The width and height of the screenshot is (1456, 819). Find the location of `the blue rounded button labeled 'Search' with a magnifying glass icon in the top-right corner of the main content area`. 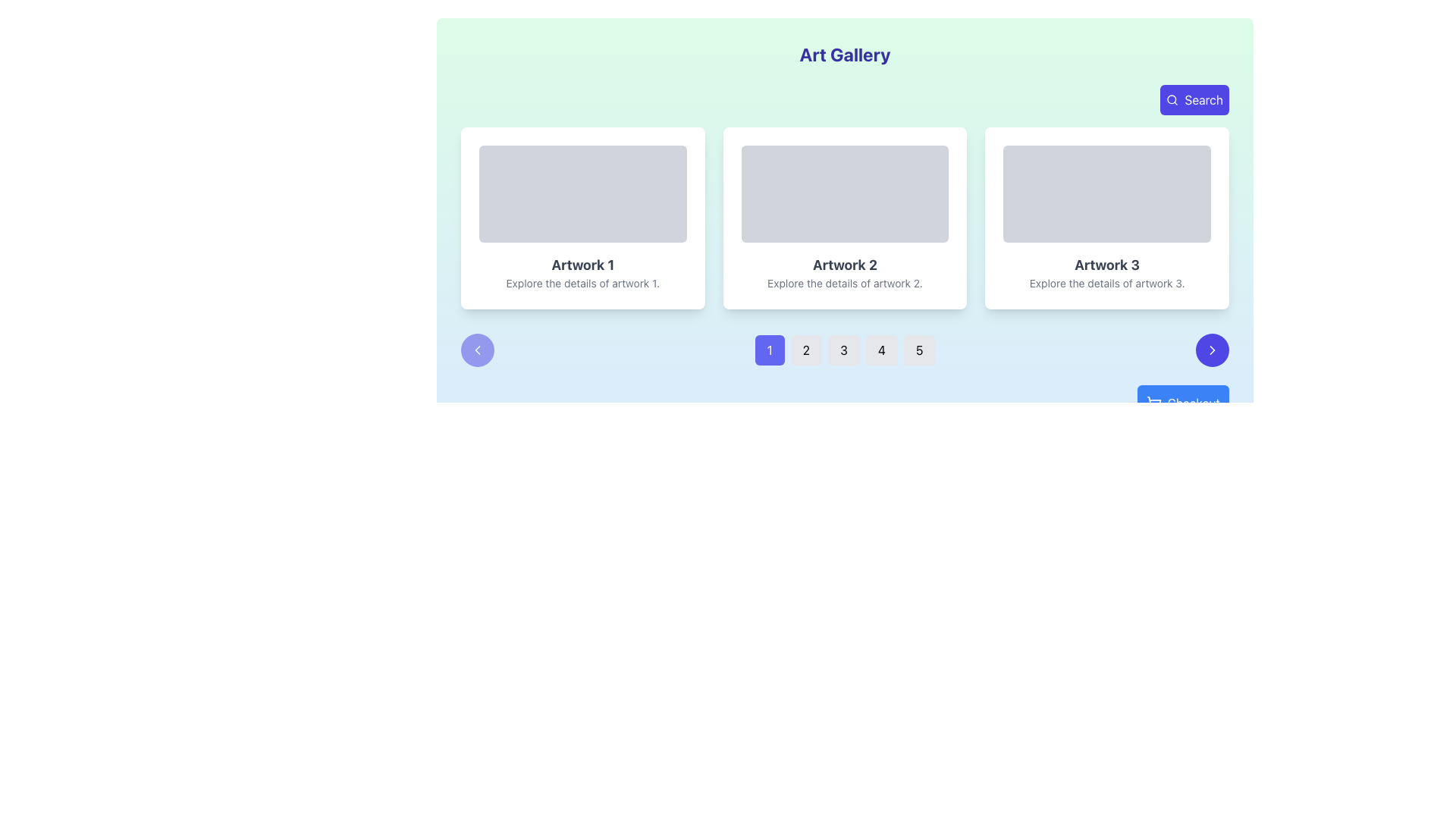

the blue rounded button labeled 'Search' with a magnifying glass icon in the top-right corner of the main content area is located at coordinates (1194, 99).